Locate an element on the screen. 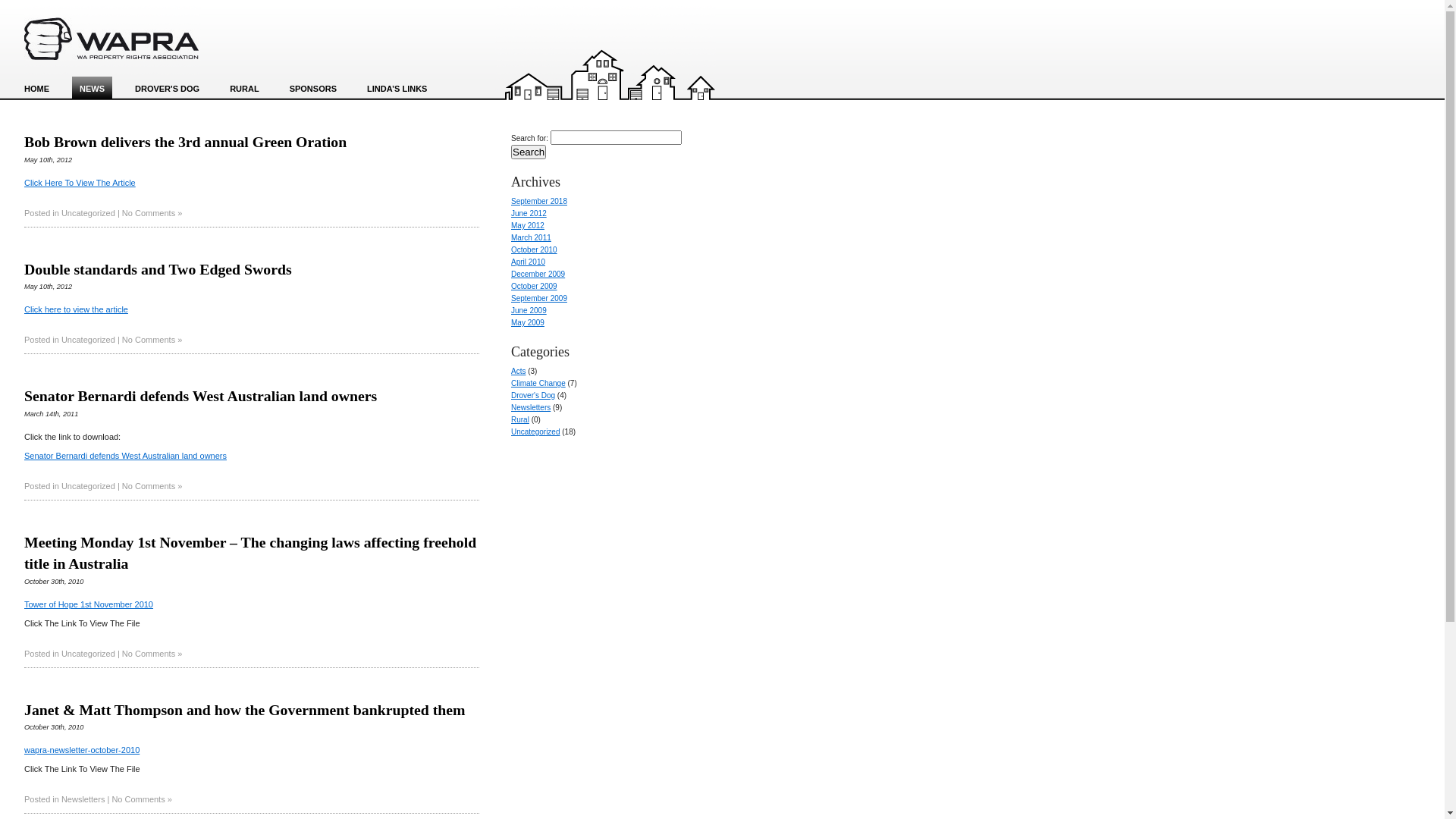 This screenshot has height=819, width=1456. 'April 2010' is located at coordinates (528, 261).